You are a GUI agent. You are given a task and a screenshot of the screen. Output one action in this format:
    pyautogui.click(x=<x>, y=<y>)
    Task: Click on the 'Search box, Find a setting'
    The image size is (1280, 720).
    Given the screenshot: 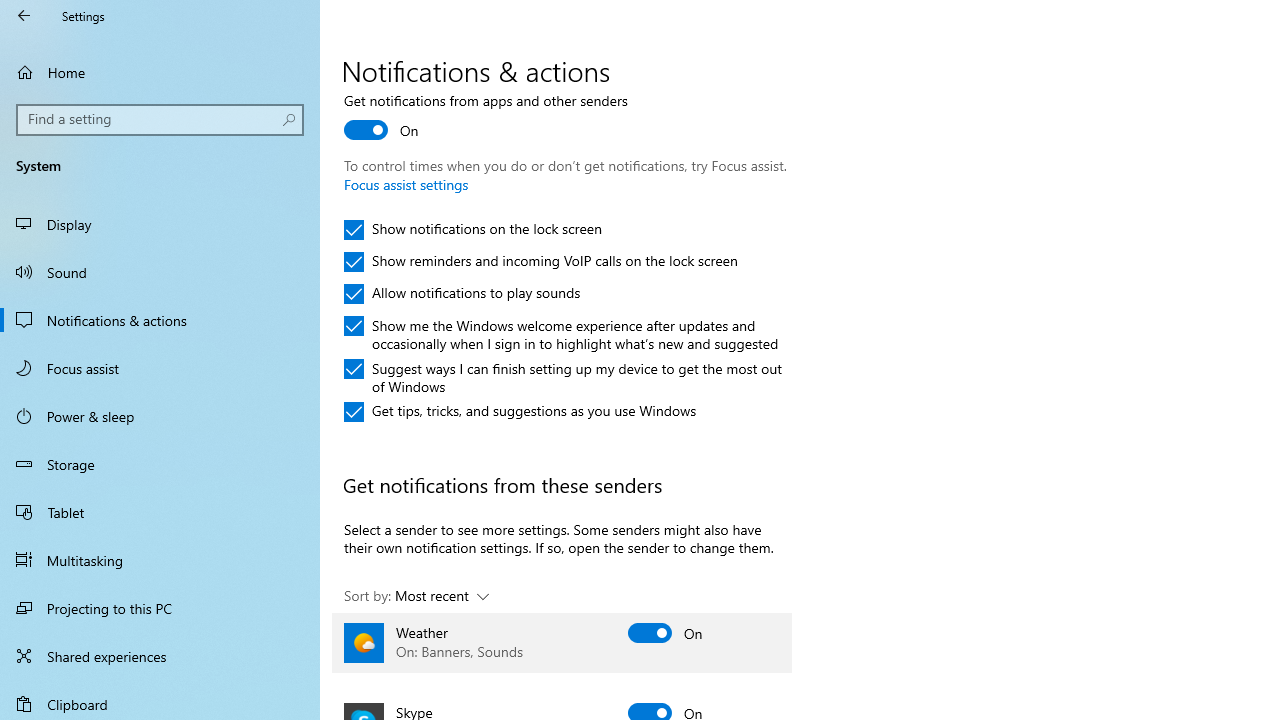 What is the action you would take?
    pyautogui.click(x=160, y=119)
    